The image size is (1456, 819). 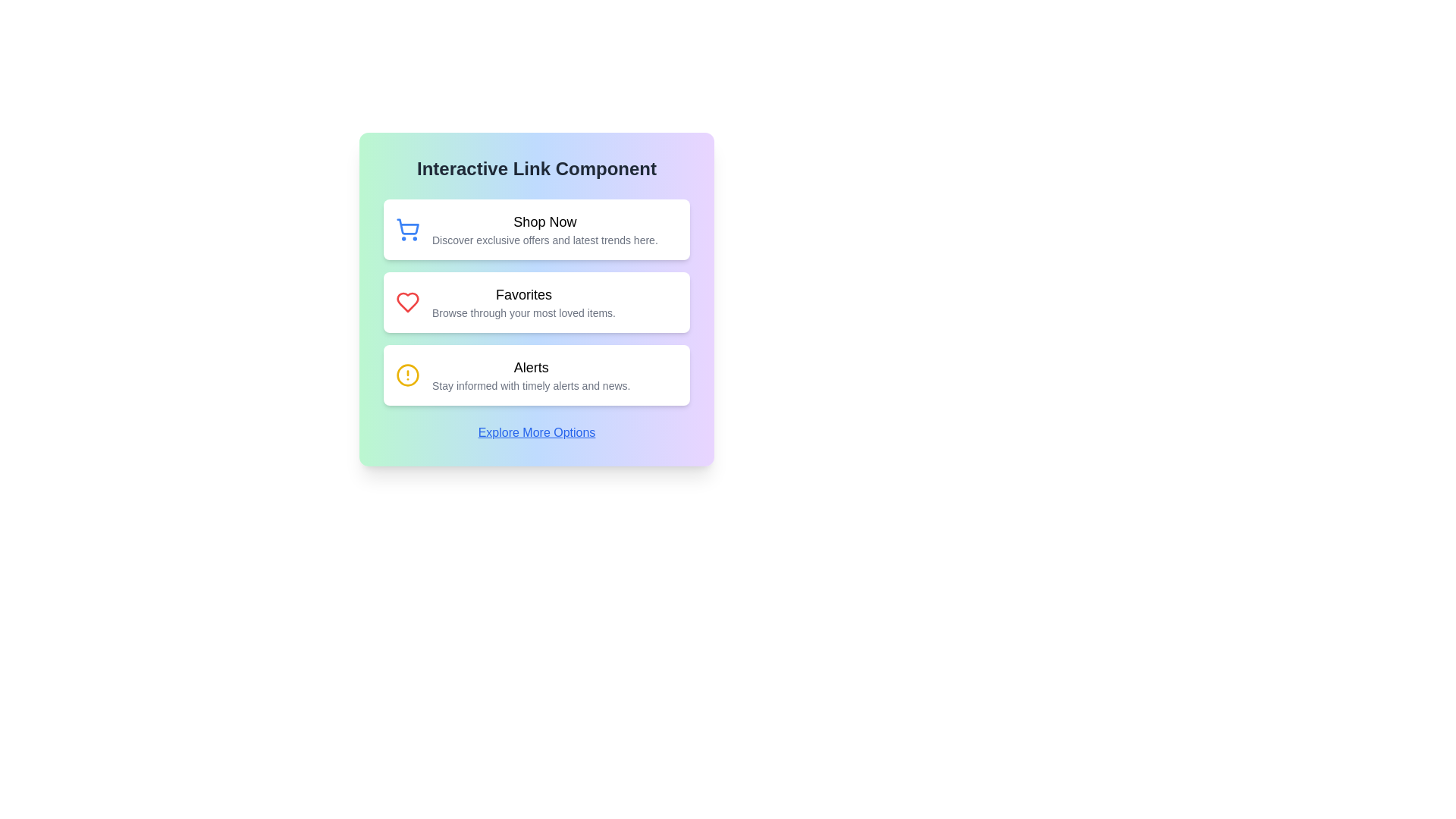 I want to click on the text element labeled 'Alerts', which is in bold and larger font, positioned as the title of the third card in a vertical stack under 'Interactive Link Component', so click(x=531, y=368).